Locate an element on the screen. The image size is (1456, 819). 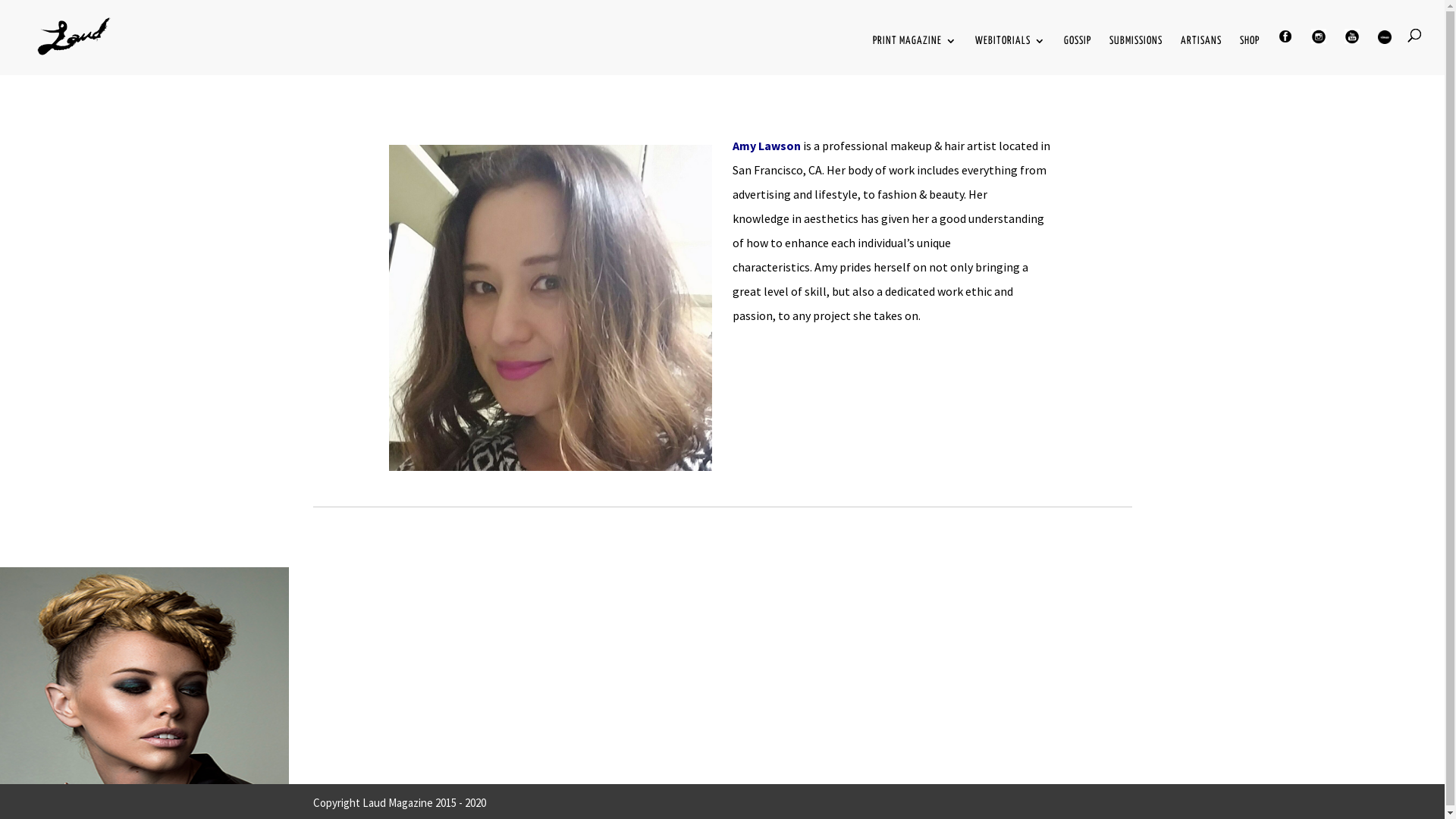
'SHOP' is located at coordinates (1240, 55).